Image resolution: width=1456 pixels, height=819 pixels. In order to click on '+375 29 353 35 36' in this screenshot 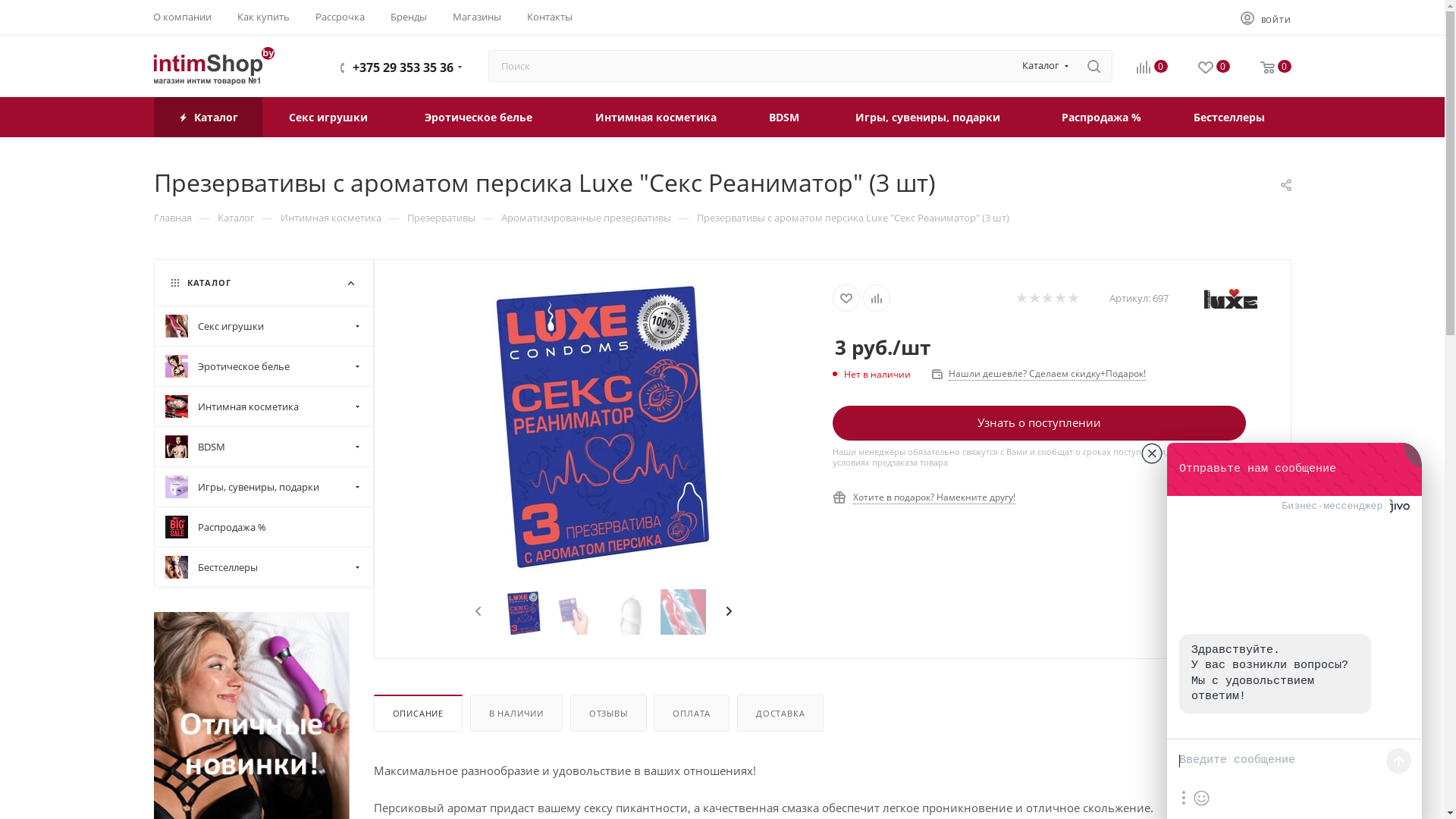, I will do `click(402, 66)`.